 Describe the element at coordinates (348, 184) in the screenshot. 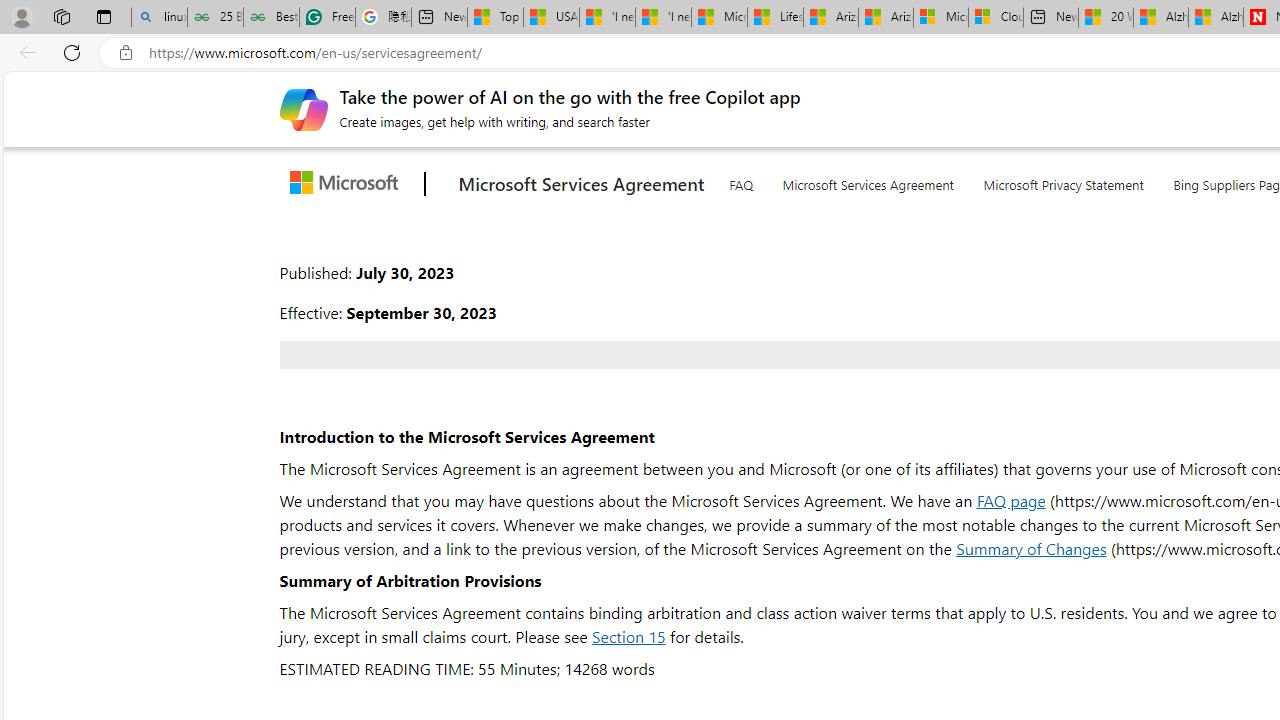

I see `'Microsoft'` at that location.